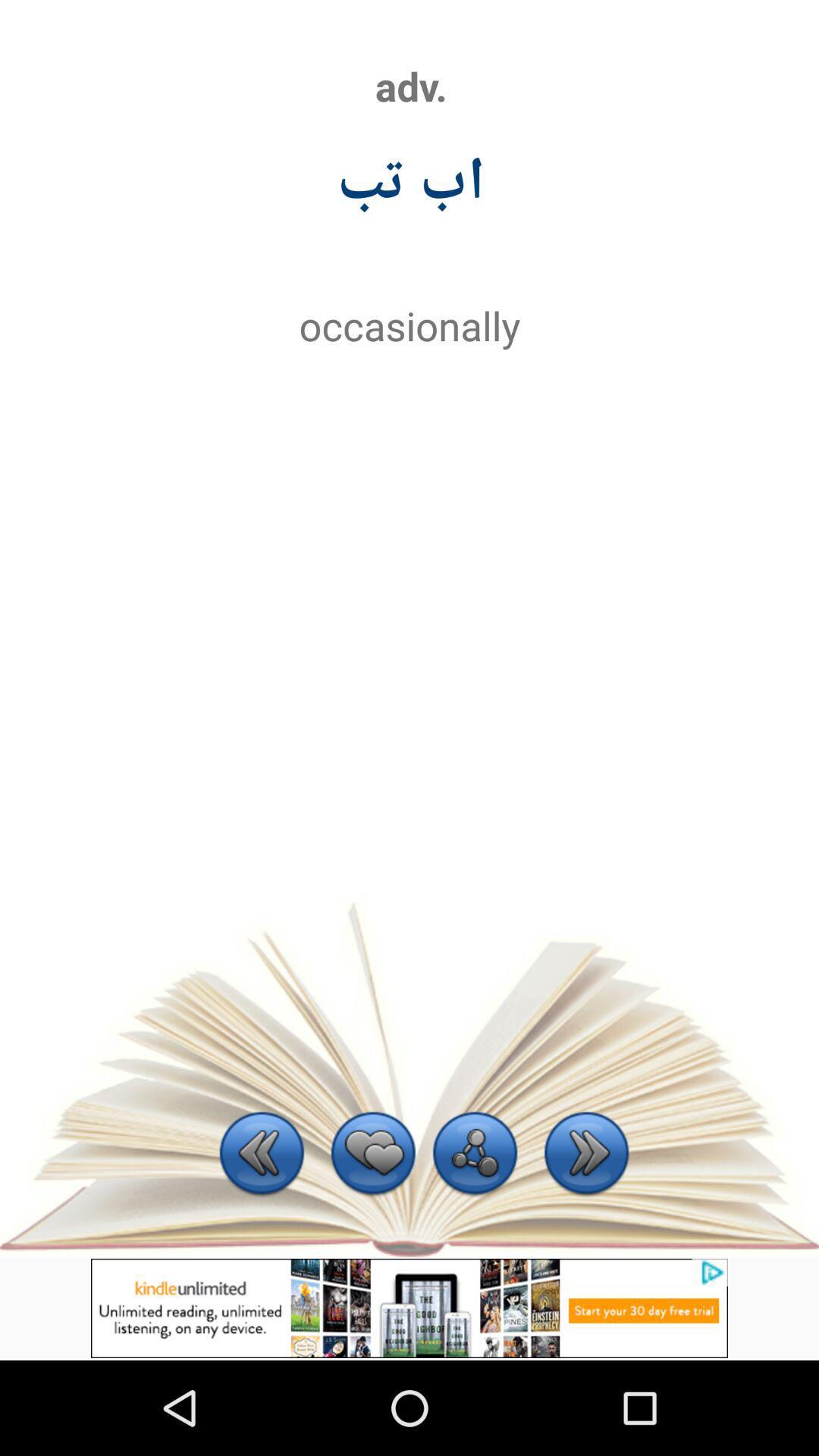 The image size is (819, 1456). Describe the element at coordinates (409, 1307) in the screenshot. I see `external advertisement` at that location.